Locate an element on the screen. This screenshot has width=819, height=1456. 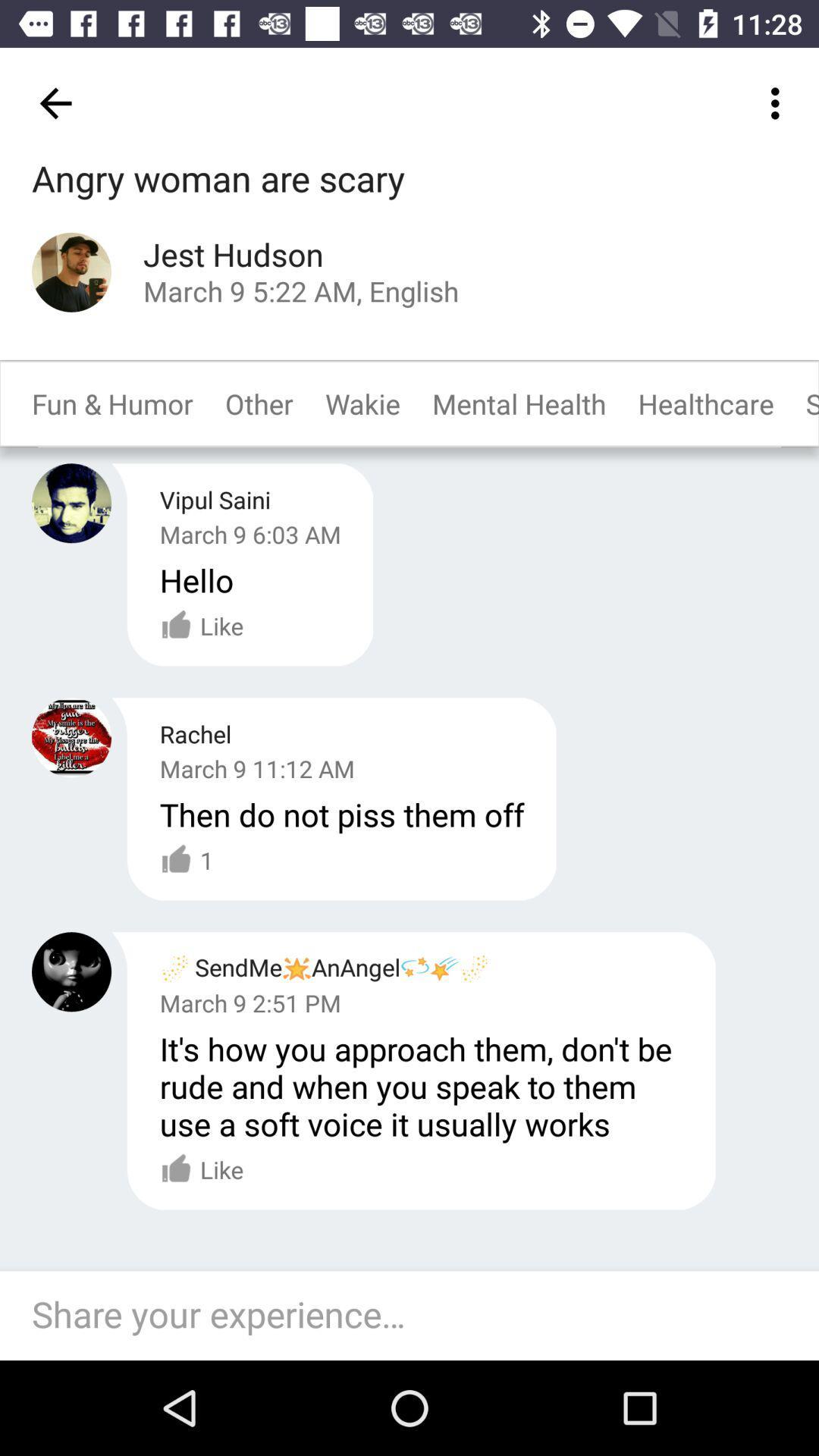
user id icon is located at coordinates (71, 272).